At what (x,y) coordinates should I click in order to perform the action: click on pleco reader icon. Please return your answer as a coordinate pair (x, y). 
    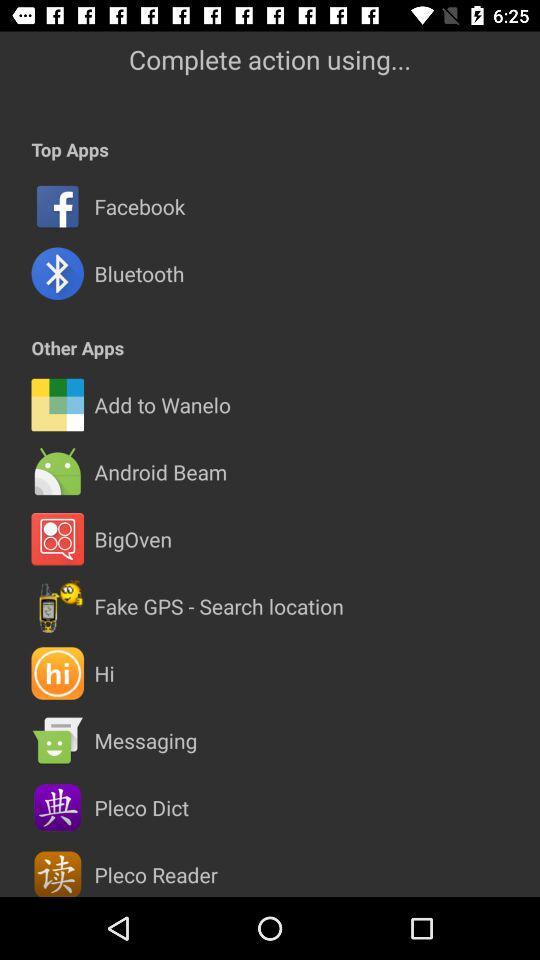
    Looking at the image, I should click on (155, 873).